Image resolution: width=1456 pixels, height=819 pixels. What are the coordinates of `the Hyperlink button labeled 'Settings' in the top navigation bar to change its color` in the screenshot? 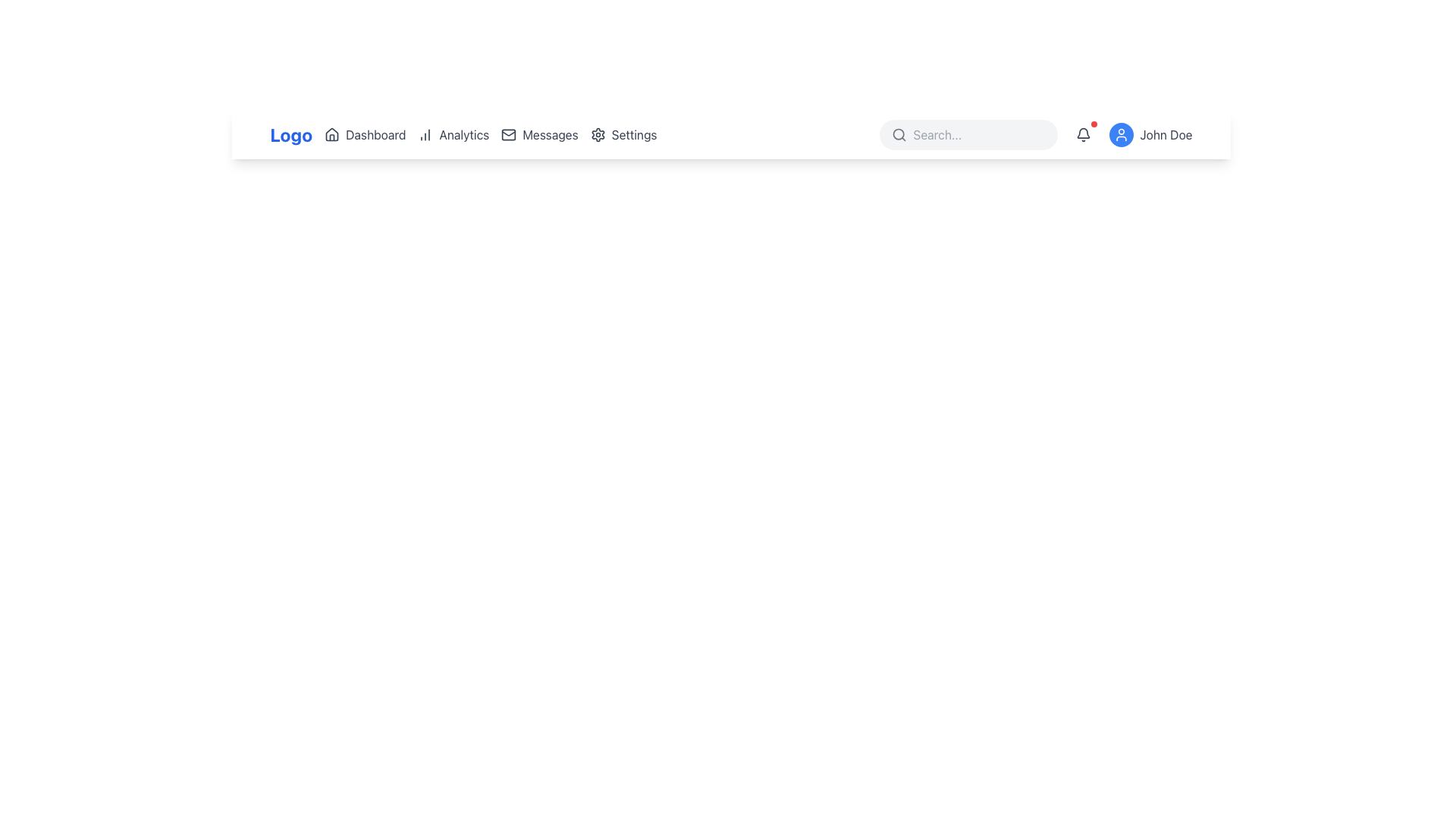 It's located at (623, 133).